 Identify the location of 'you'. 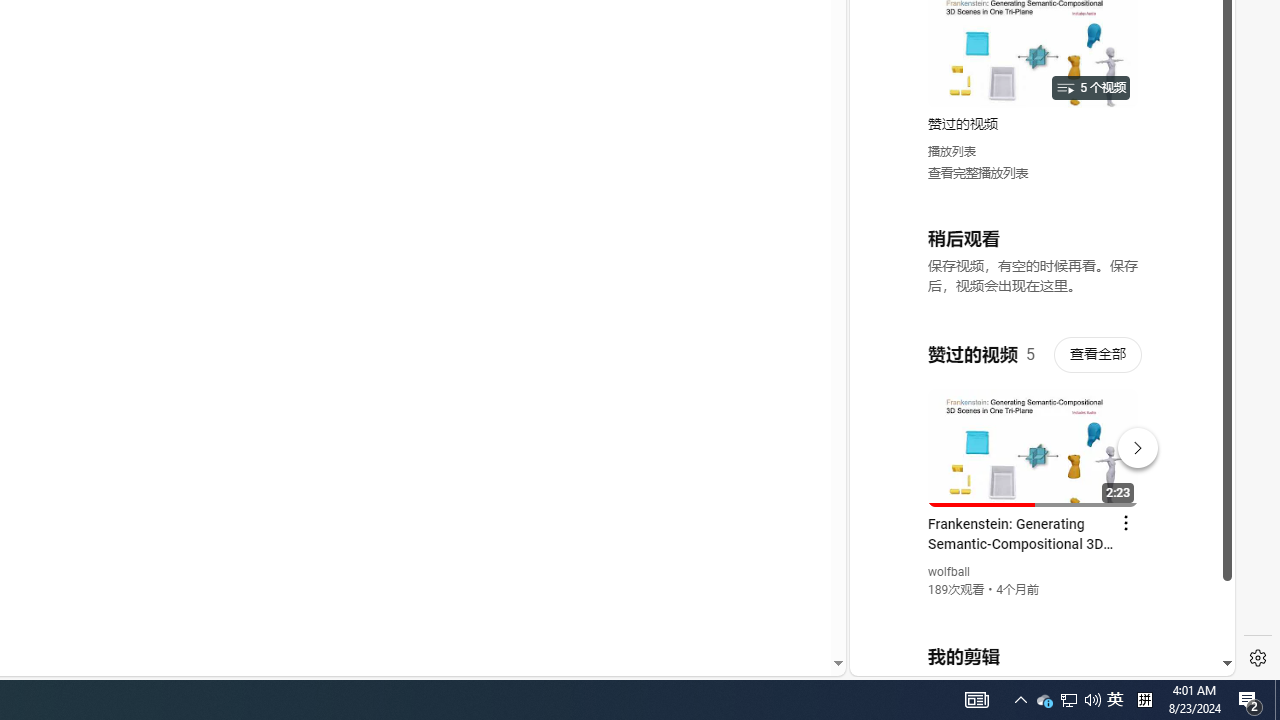
(1034, 608).